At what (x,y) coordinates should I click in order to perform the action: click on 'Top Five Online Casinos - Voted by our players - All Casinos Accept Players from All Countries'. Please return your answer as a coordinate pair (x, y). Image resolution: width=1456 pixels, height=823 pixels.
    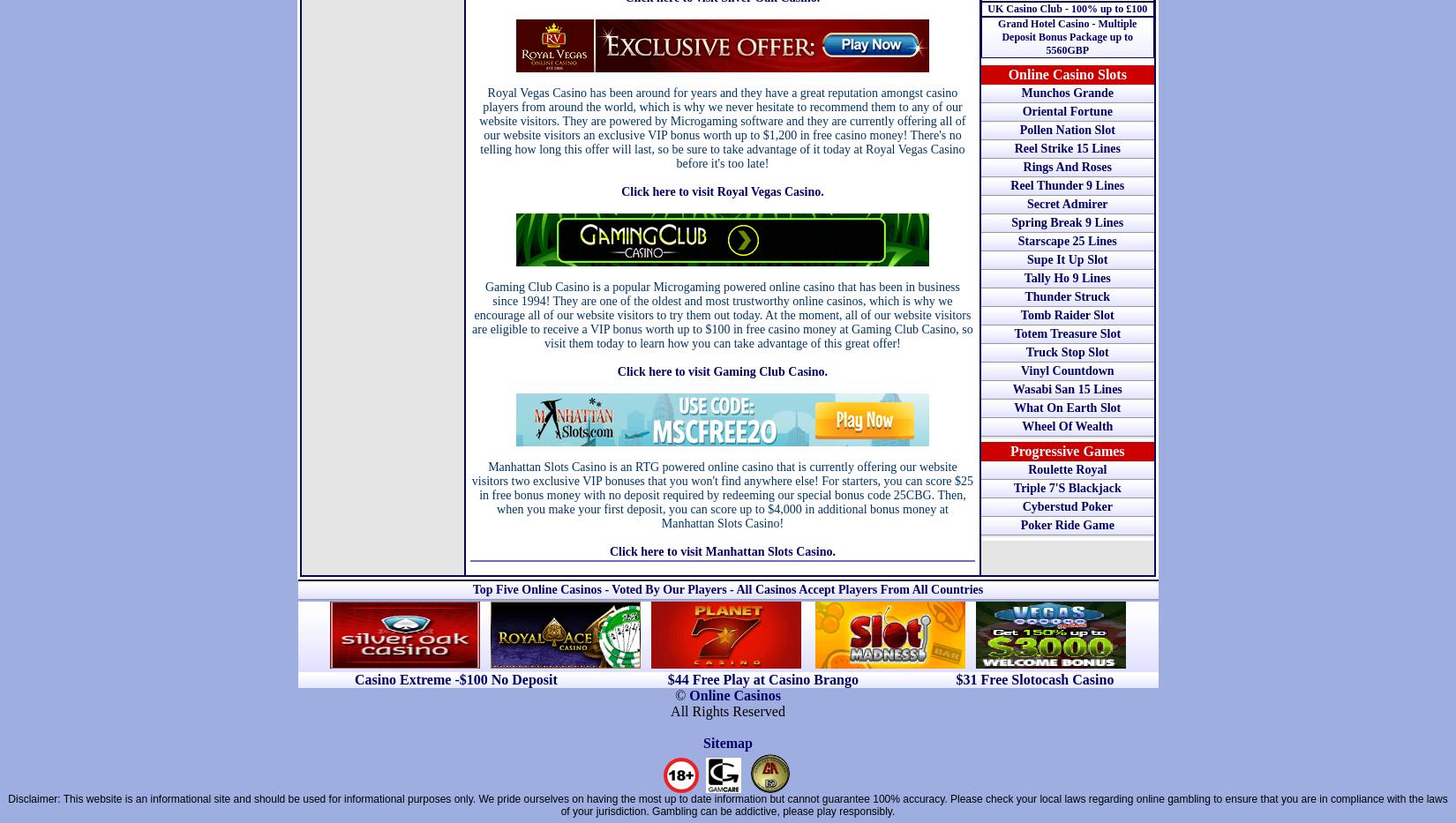
    Looking at the image, I should click on (726, 588).